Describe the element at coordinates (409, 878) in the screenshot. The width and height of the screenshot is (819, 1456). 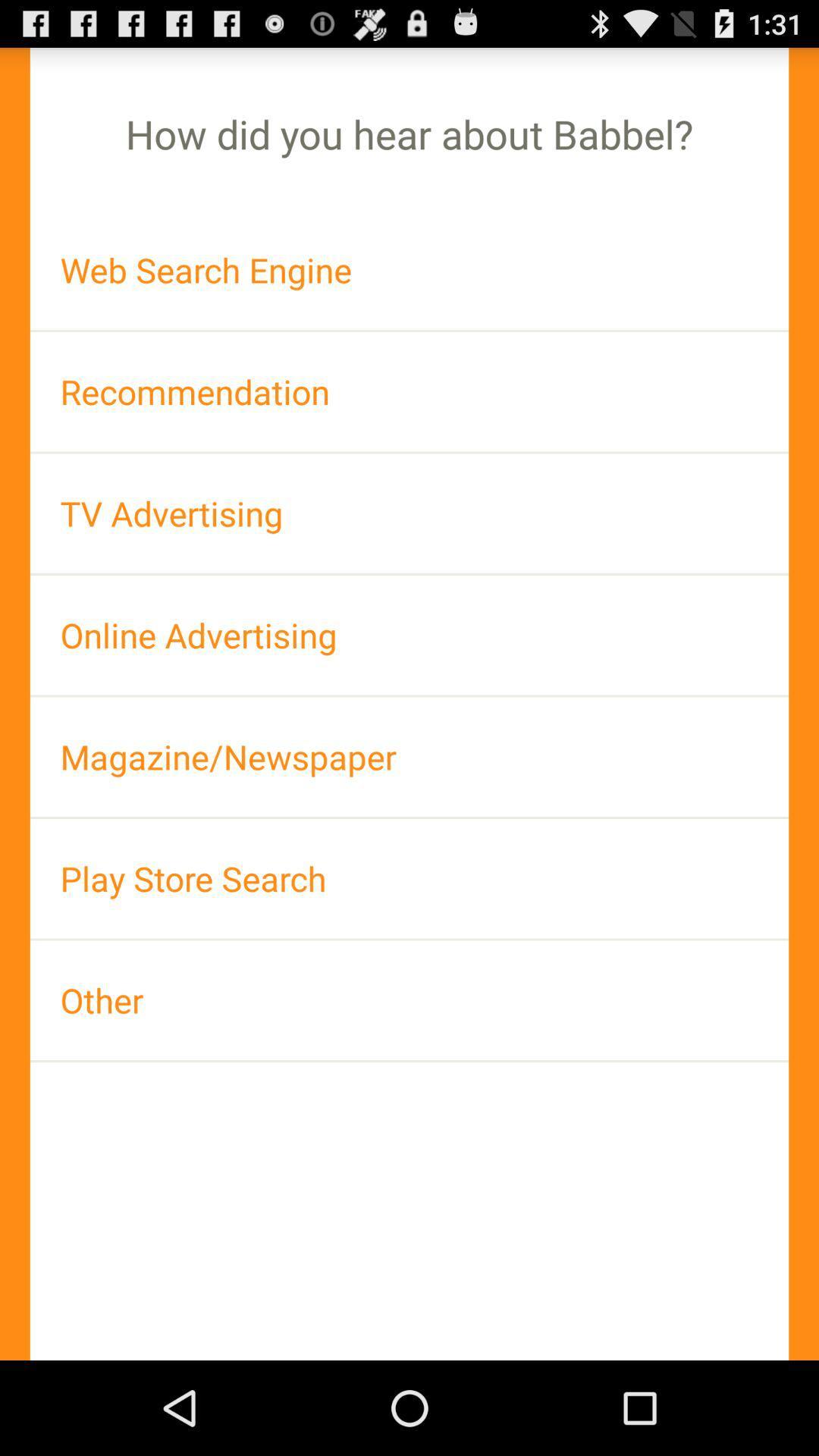
I see `the icon above the other item` at that location.